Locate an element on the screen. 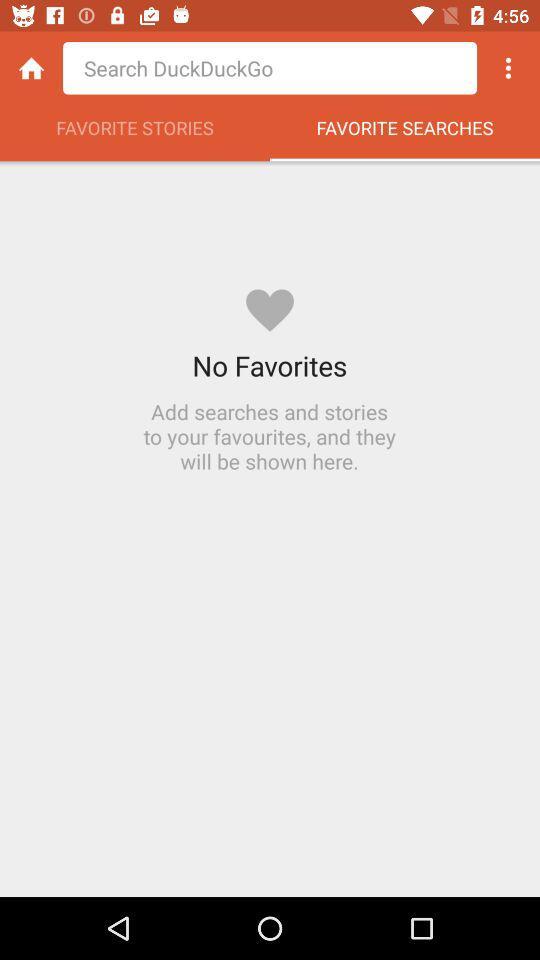 This screenshot has width=540, height=960. the icon above favorite stories item is located at coordinates (30, 68).